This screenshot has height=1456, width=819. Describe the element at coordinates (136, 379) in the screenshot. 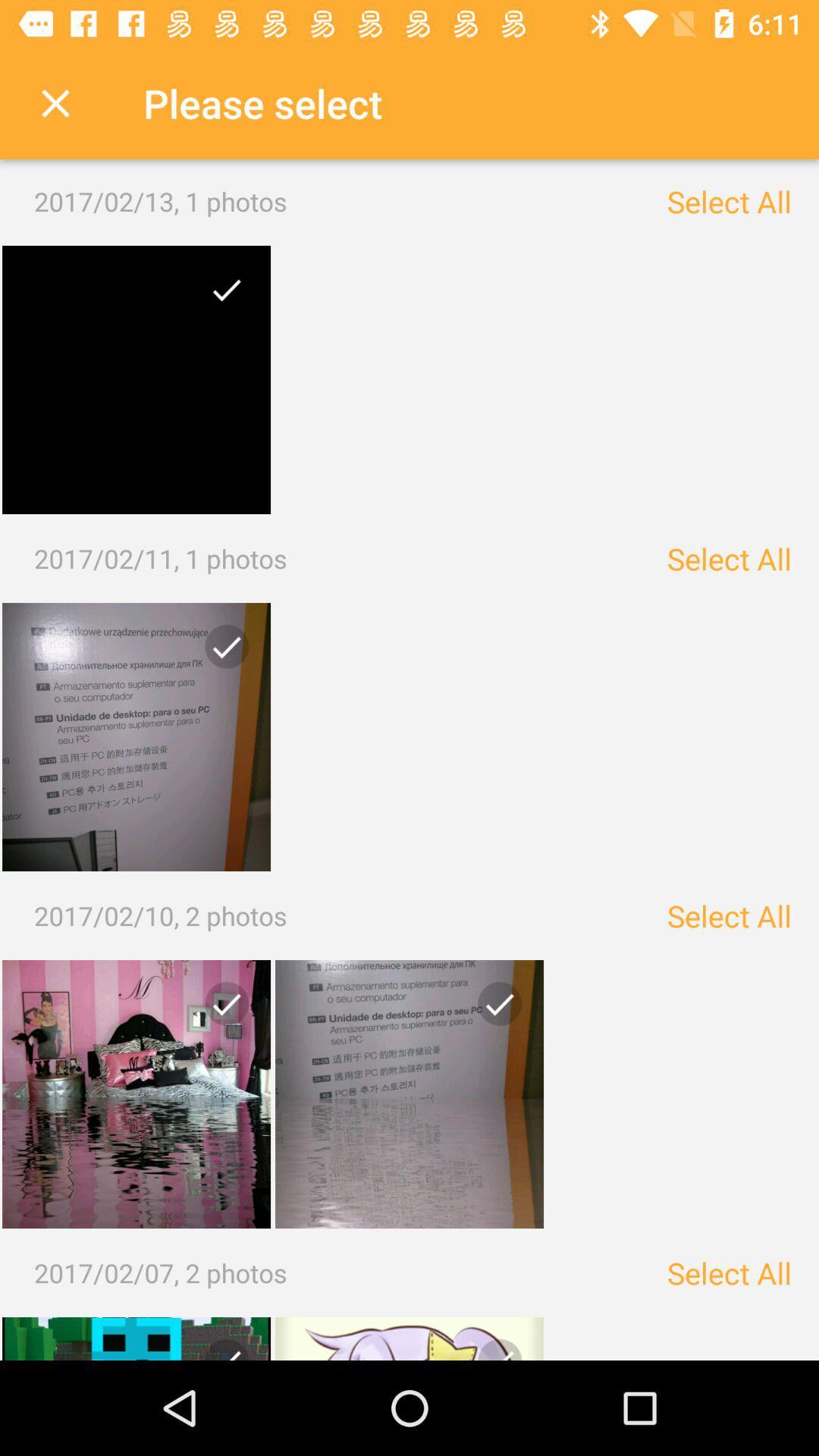

I see `open photo` at that location.